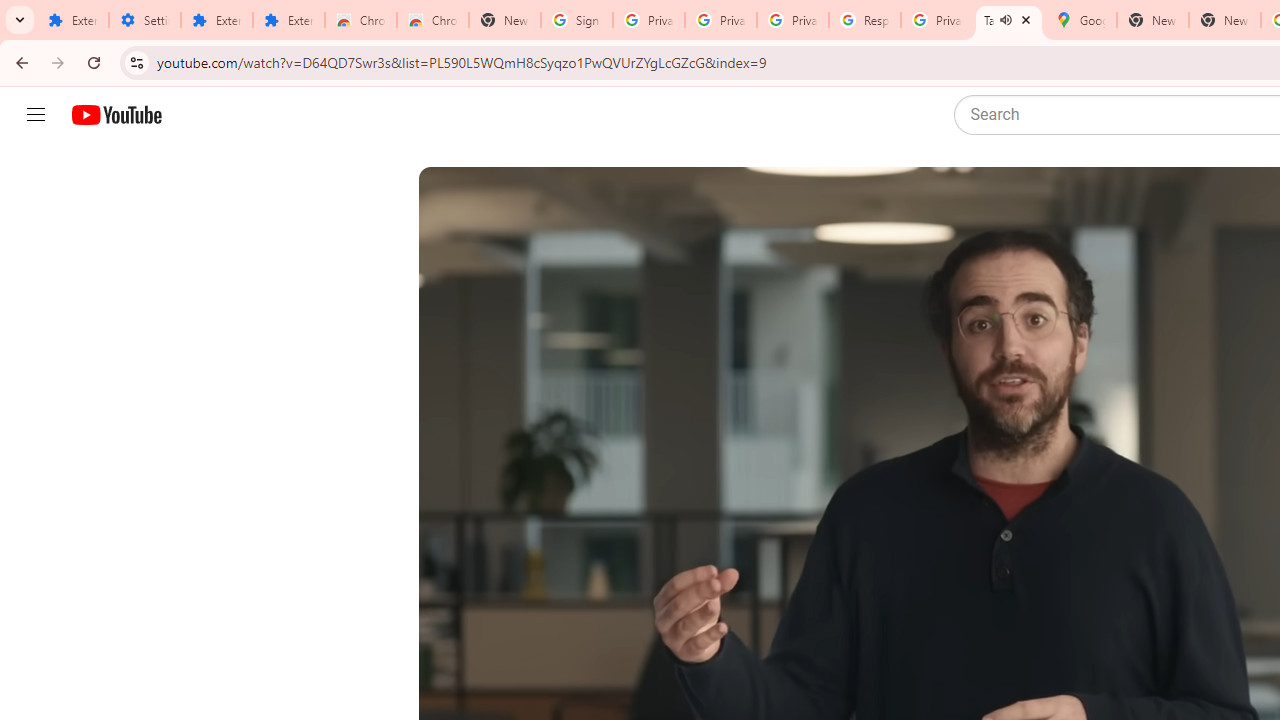  Describe the element at coordinates (360, 20) in the screenshot. I see `'Chrome Web Store'` at that location.